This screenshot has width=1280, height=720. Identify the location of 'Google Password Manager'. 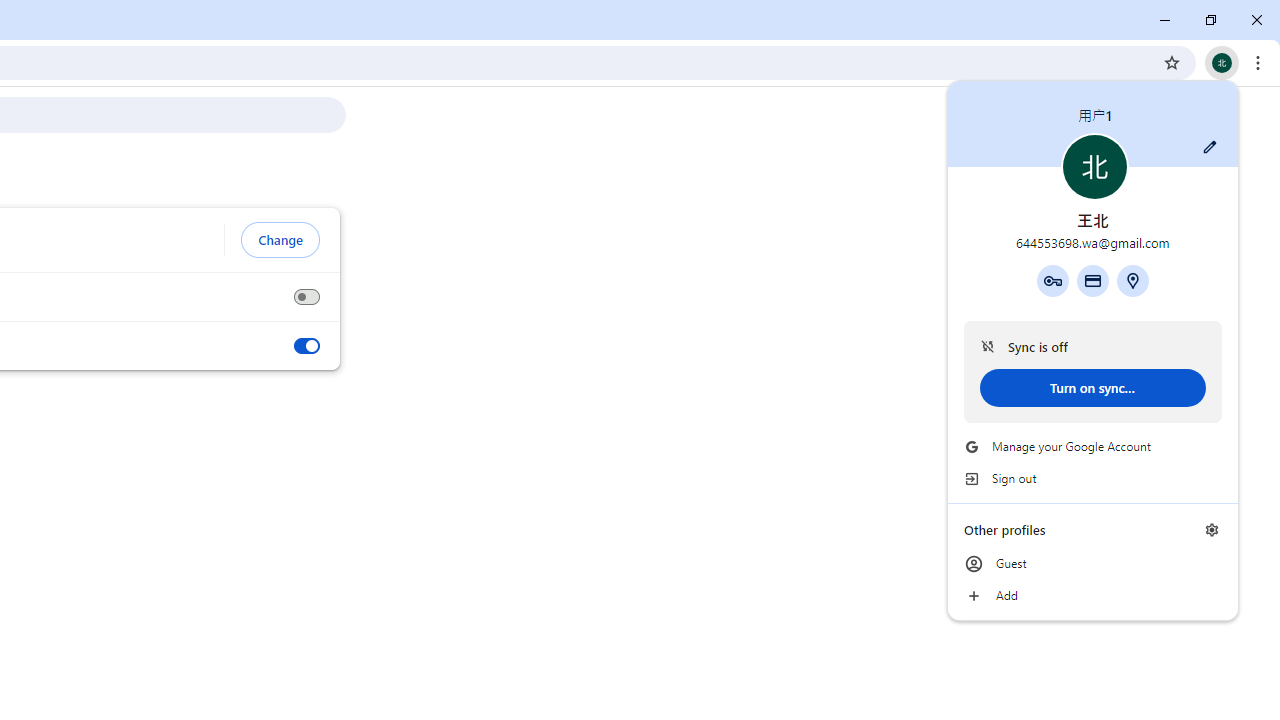
(1051, 280).